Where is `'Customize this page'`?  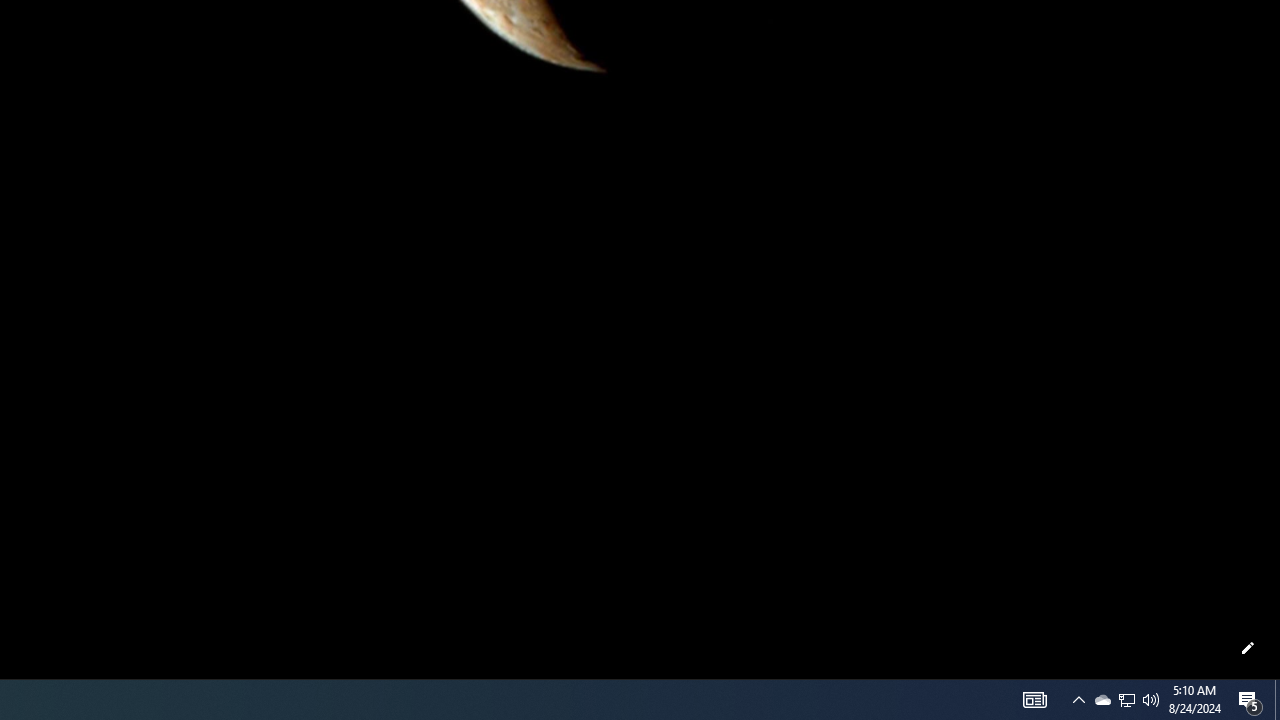
'Customize this page' is located at coordinates (1247, 648).